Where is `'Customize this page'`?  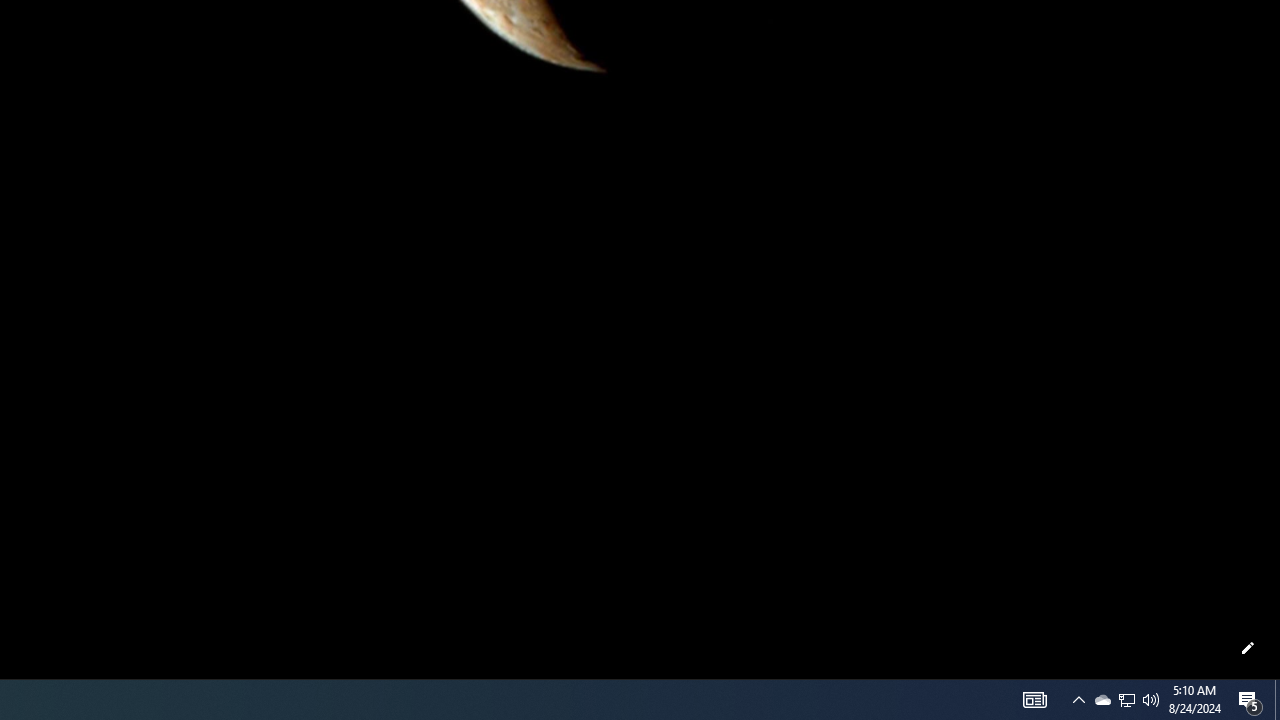
'Customize this page' is located at coordinates (1247, 648).